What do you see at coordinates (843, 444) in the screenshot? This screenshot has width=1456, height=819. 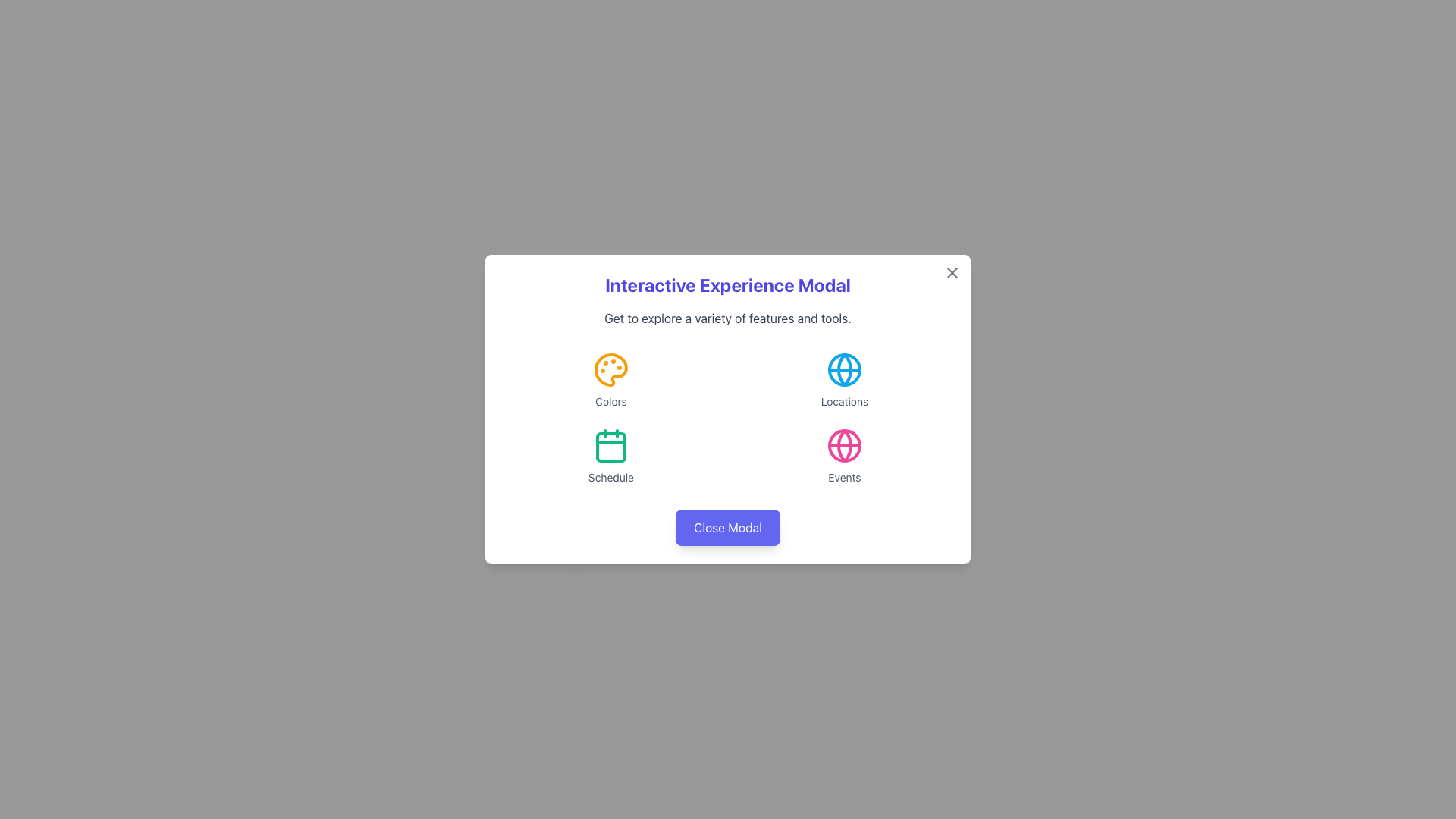 I see `the 'Events' SVG icon to access event-related features or information` at bounding box center [843, 444].